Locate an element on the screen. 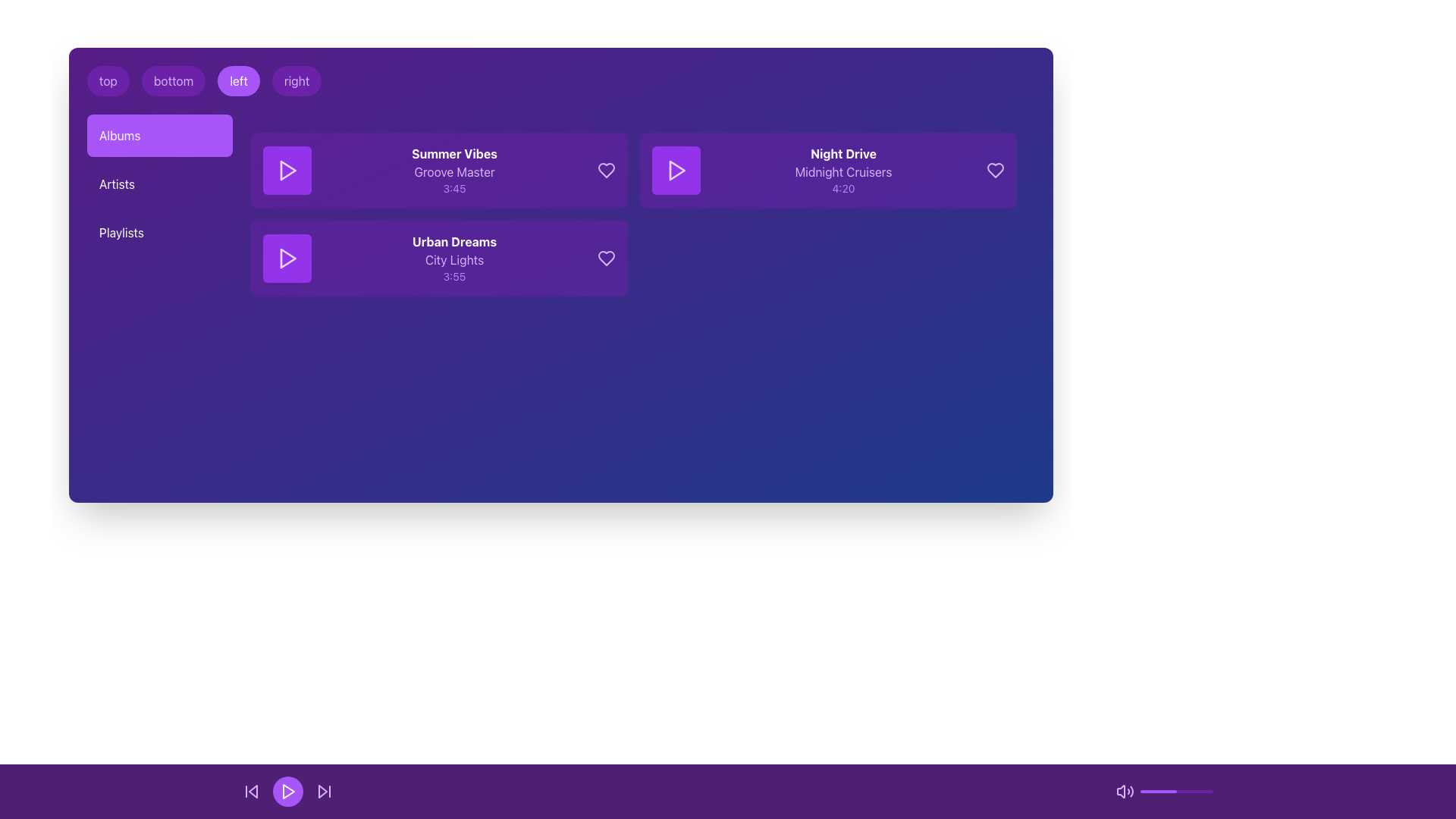 The width and height of the screenshot is (1456, 819). the play button icon for the 'Night Drive' song is located at coordinates (676, 170).